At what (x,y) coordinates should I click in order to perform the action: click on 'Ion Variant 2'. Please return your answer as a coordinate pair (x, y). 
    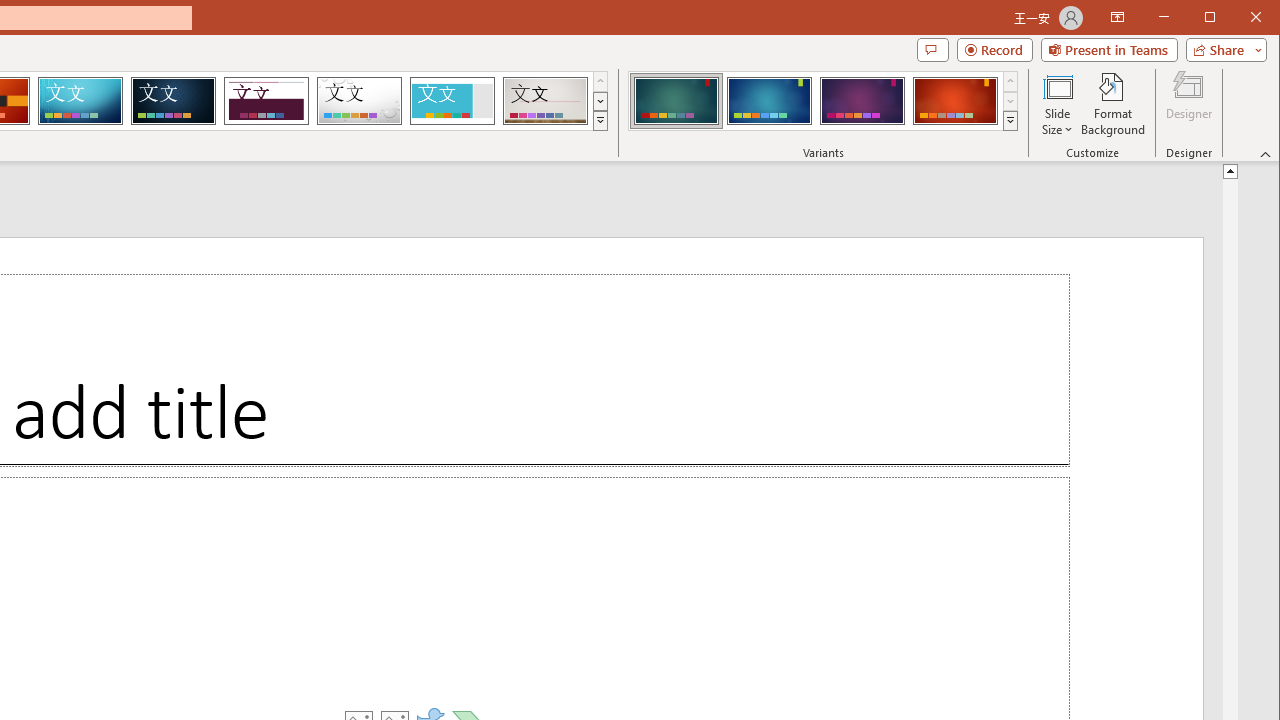
    Looking at the image, I should click on (768, 100).